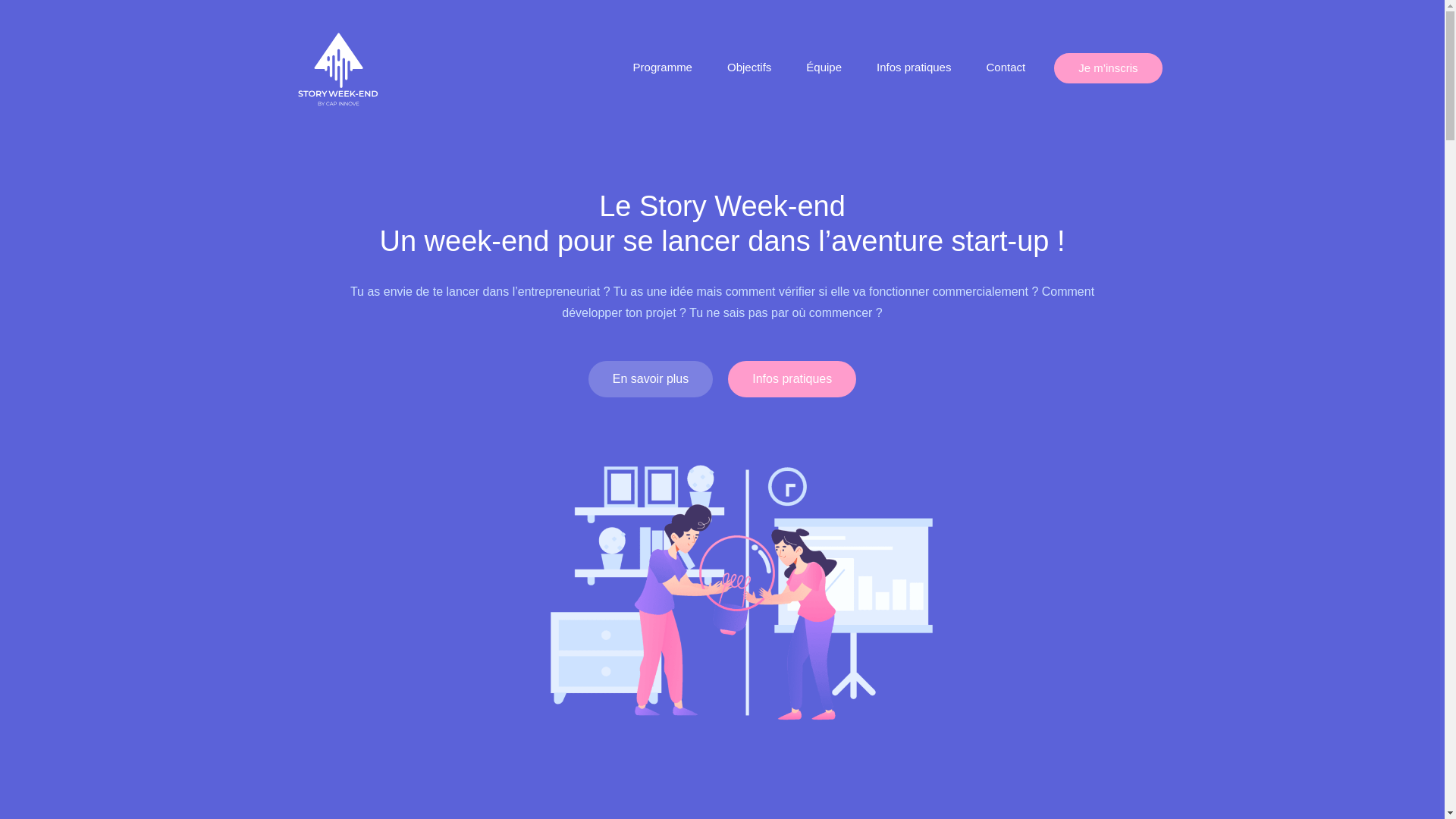 This screenshot has width=1456, height=819. Describe the element at coordinates (651, 378) in the screenshot. I see `'En savoir plus'` at that location.